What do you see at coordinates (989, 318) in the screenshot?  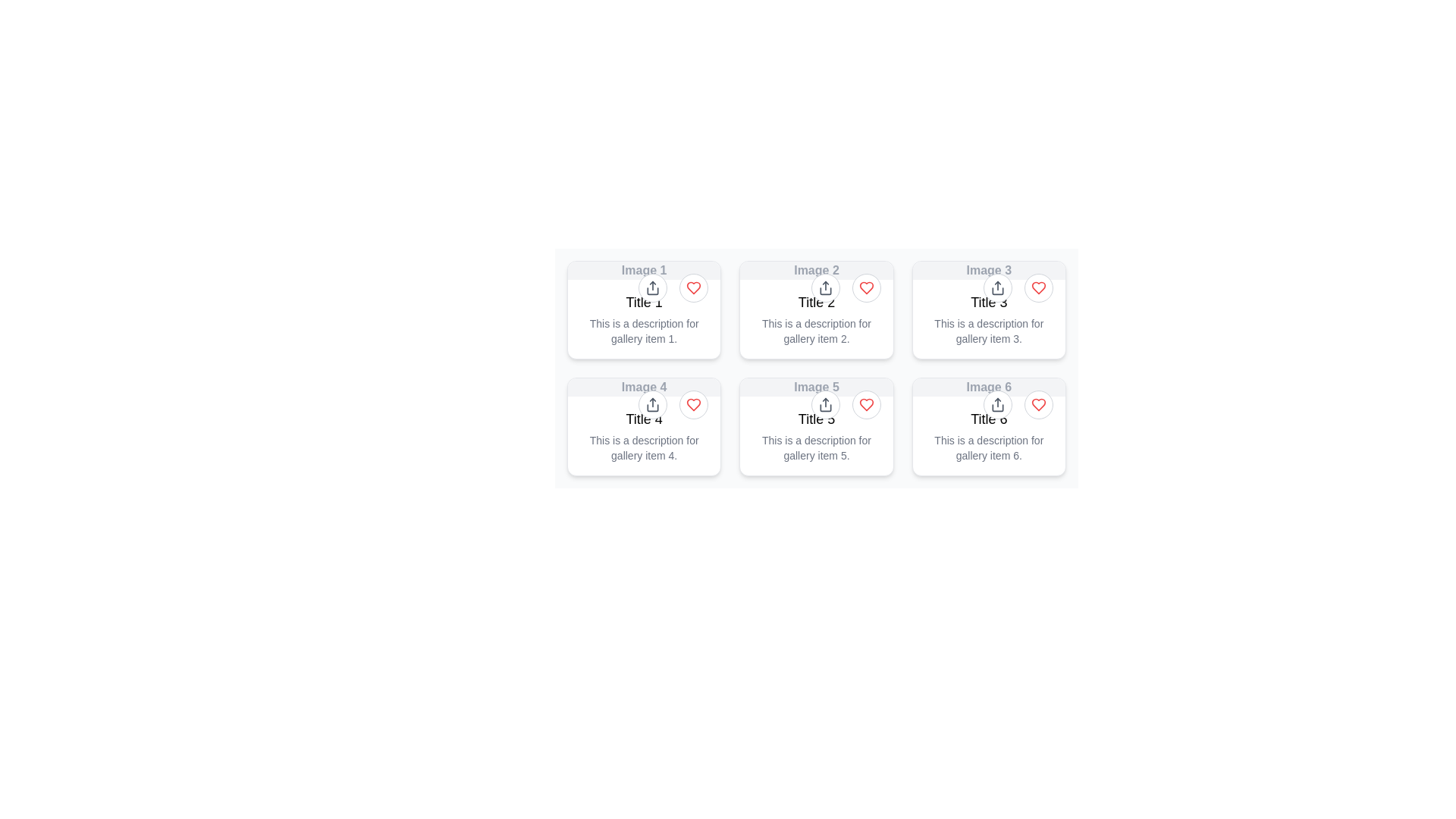 I see `the textual display component that includes the title 'Title 3' and the description 'This is a description for gallery item 3', located in the third item of a grid-like gallery layout` at bounding box center [989, 318].